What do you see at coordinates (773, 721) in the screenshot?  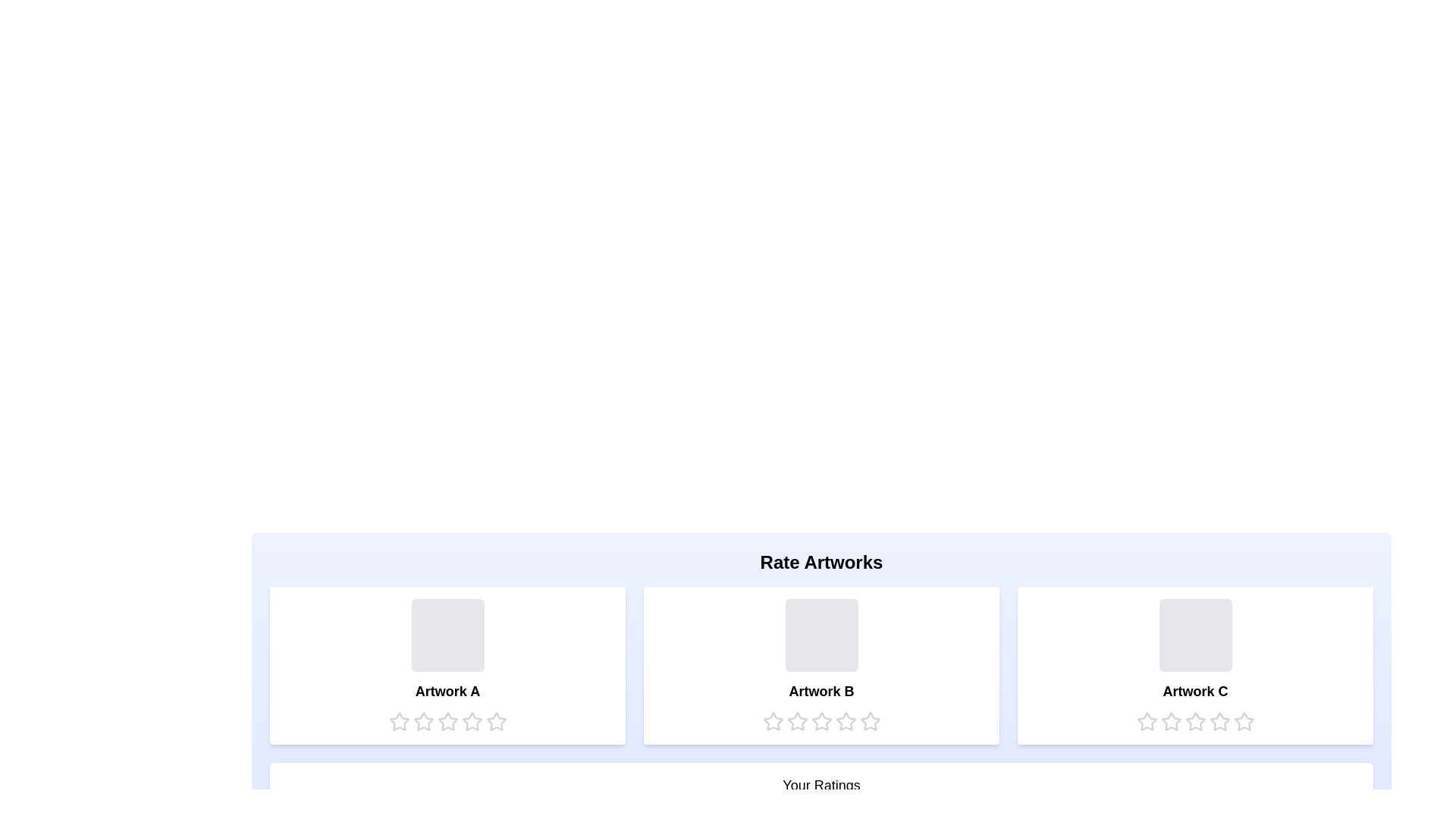 I see `the star corresponding to the rating 1 for the artwork Artwork B` at bounding box center [773, 721].